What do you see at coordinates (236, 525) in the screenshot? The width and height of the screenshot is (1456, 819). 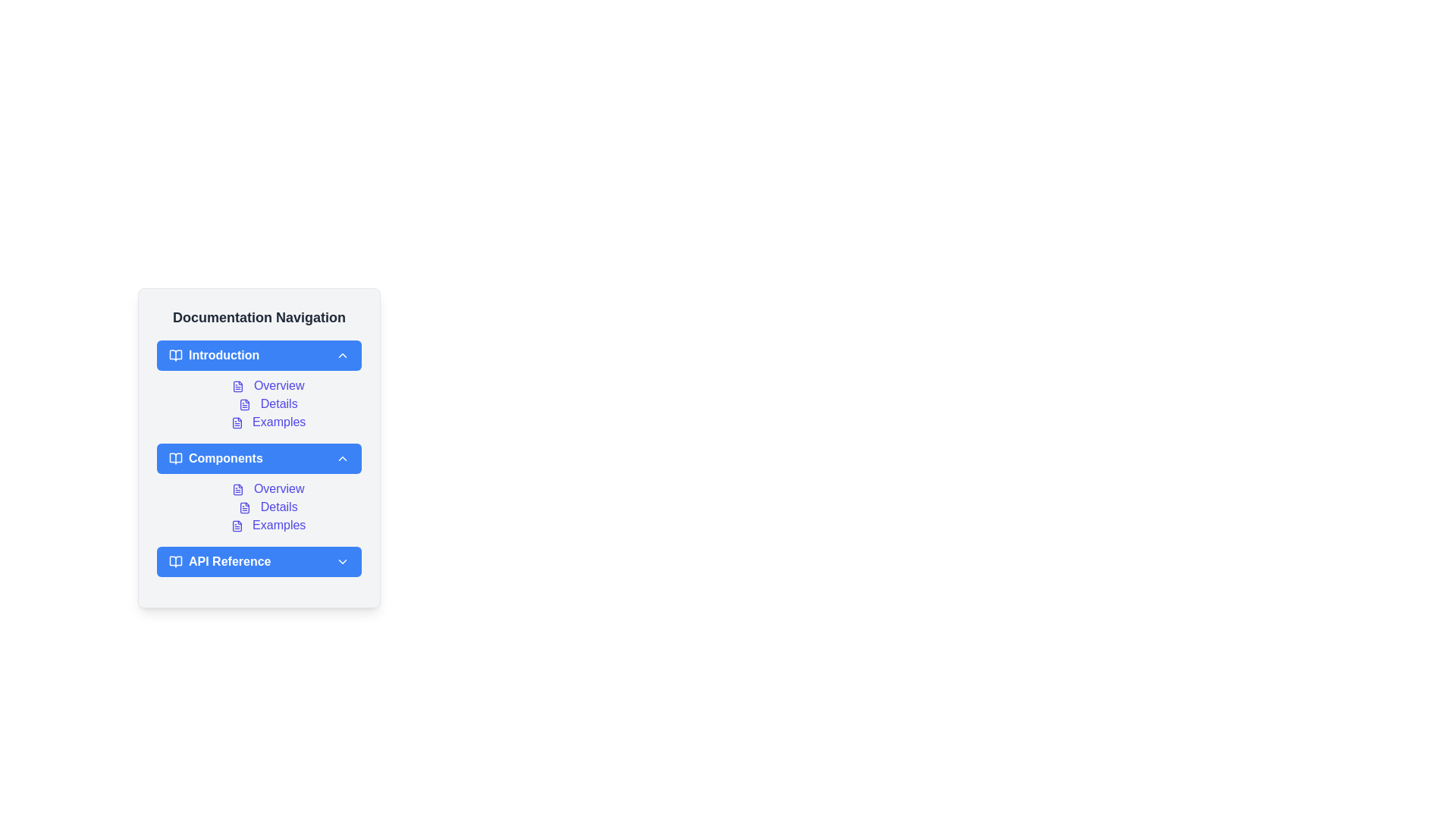 I see `the document or file icon located in the 'Examples' row under the 'Components' section of the navigation menu, which is positioned to the left of the 'Examples' text` at bounding box center [236, 525].